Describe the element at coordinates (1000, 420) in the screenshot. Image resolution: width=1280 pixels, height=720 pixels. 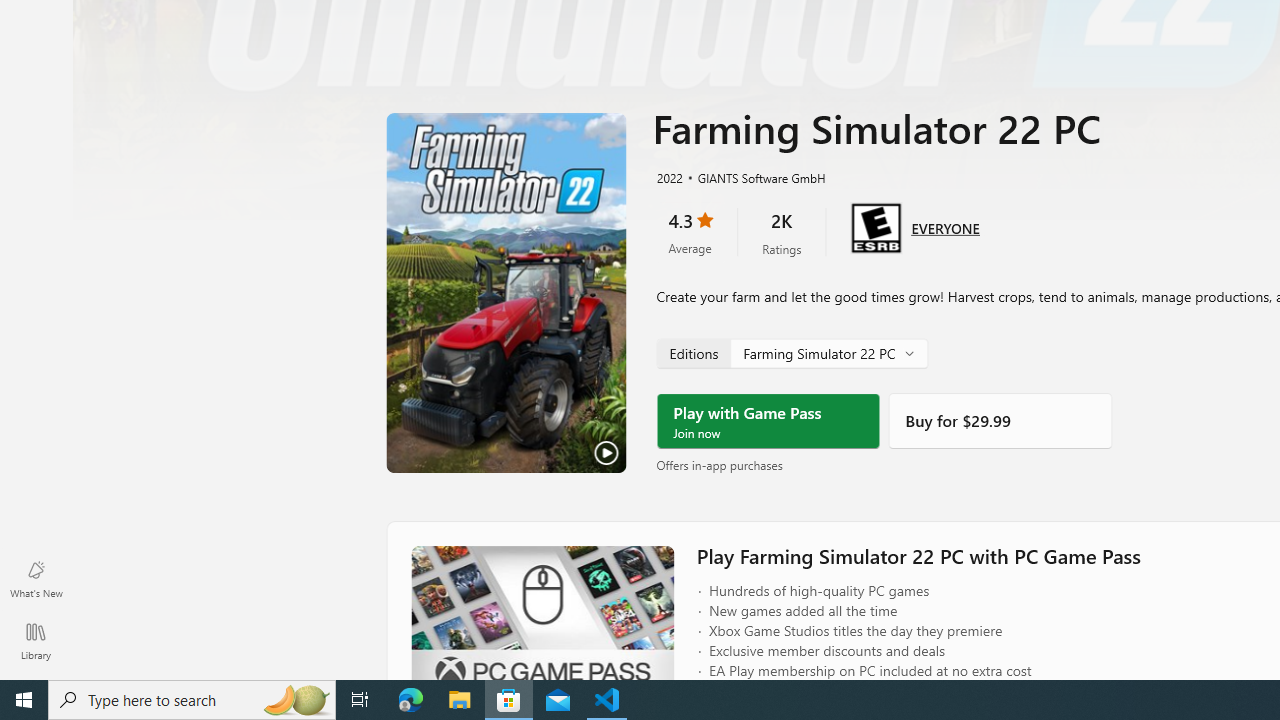
I see `'Buy'` at that location.